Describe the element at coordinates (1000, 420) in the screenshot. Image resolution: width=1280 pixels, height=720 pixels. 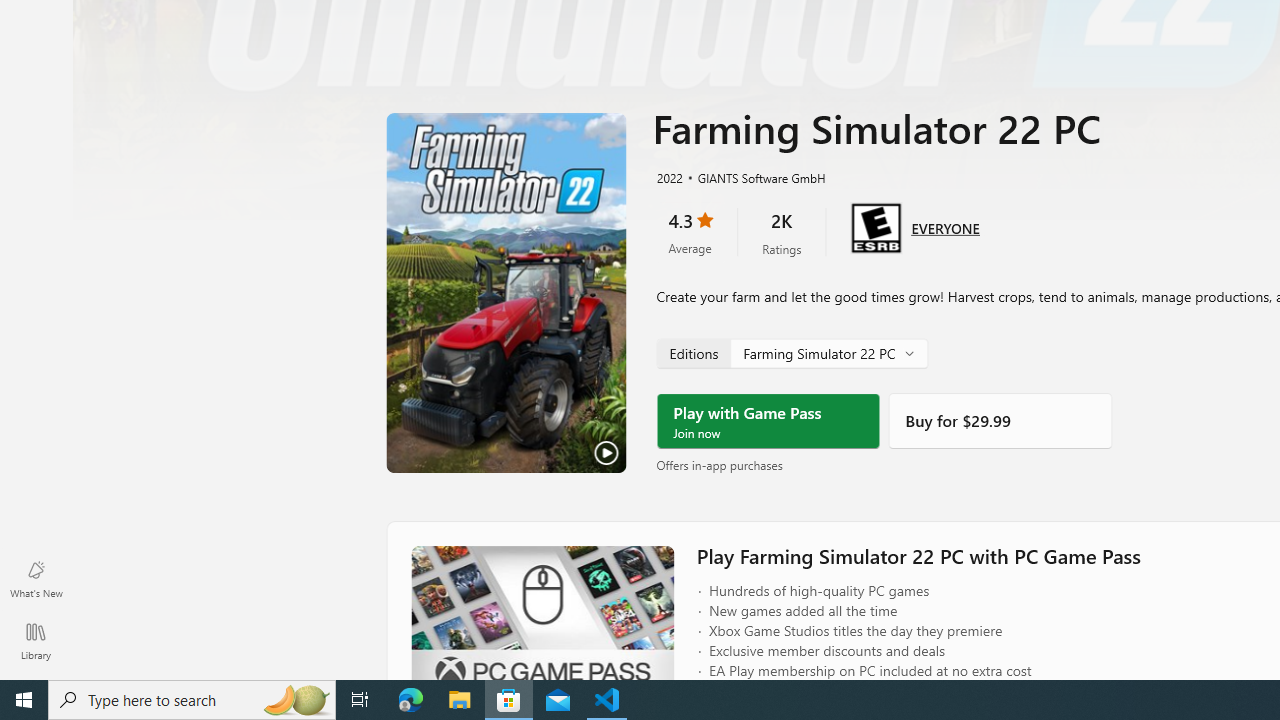
I see `'Buy'` at that location.